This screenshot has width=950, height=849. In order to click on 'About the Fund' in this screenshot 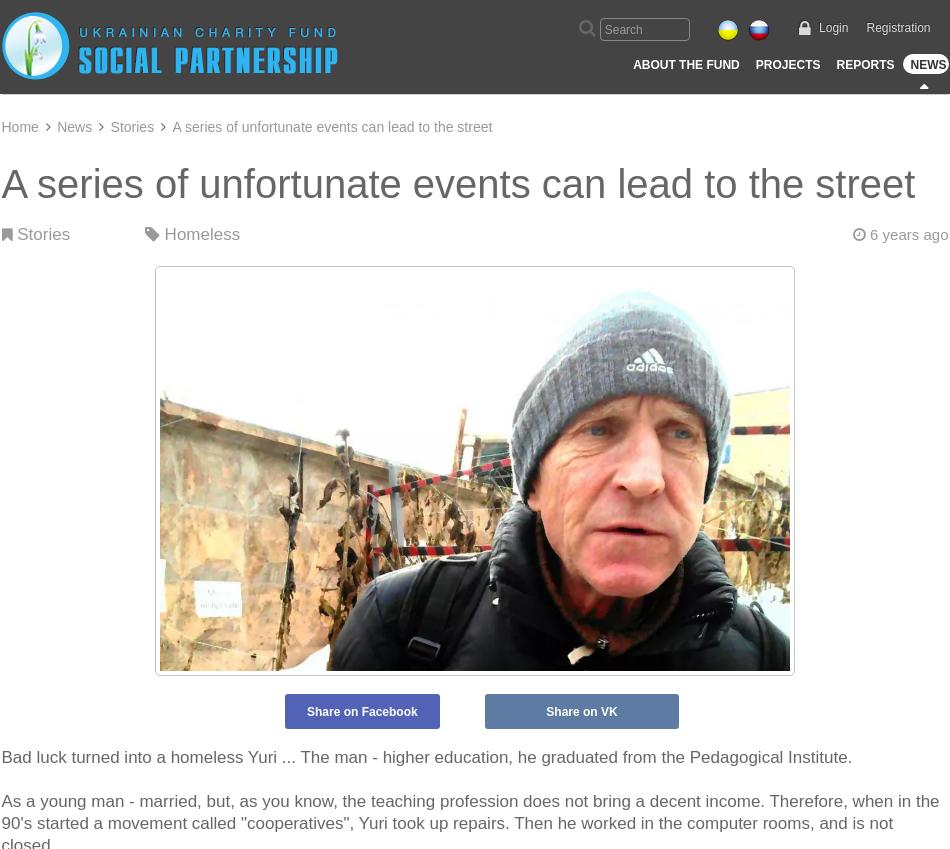, I will do `click(685, 65)`.